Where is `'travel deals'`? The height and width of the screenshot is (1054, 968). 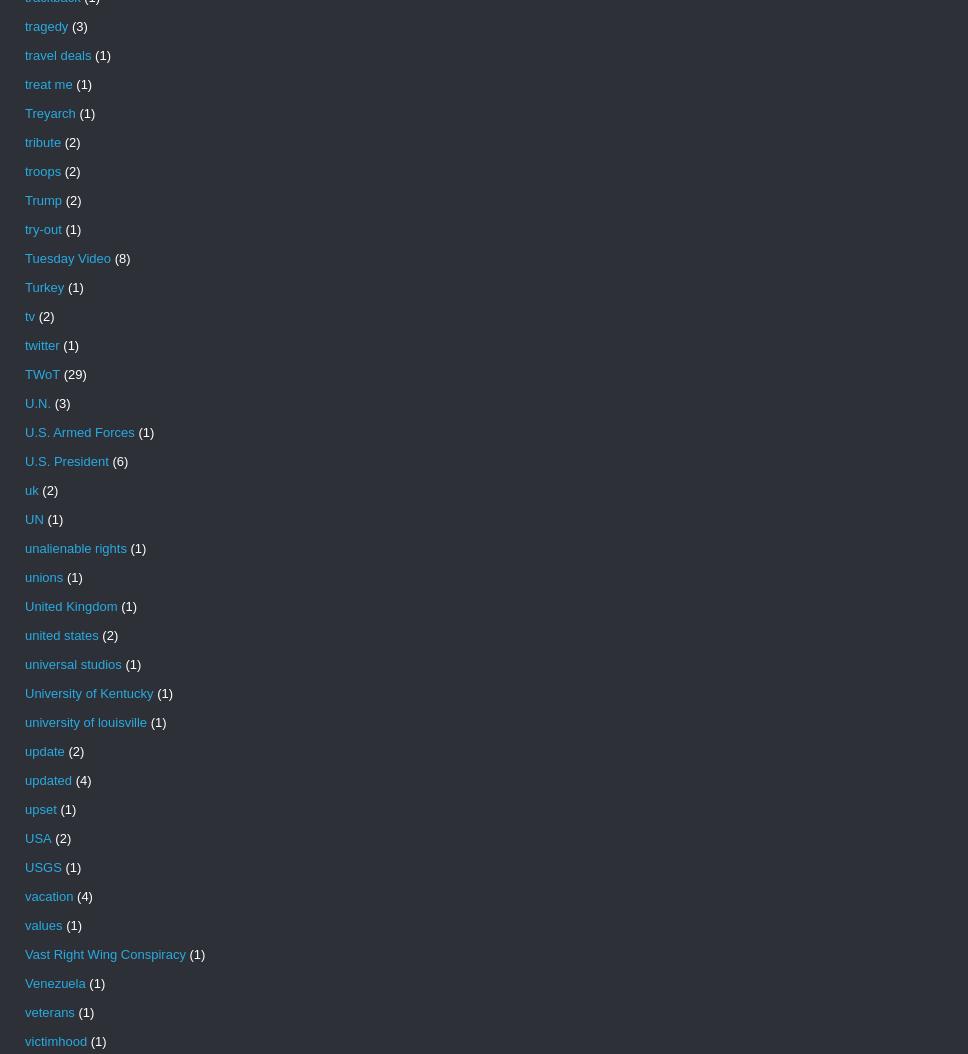
'travel deals' is located at coordinates (56, 54).